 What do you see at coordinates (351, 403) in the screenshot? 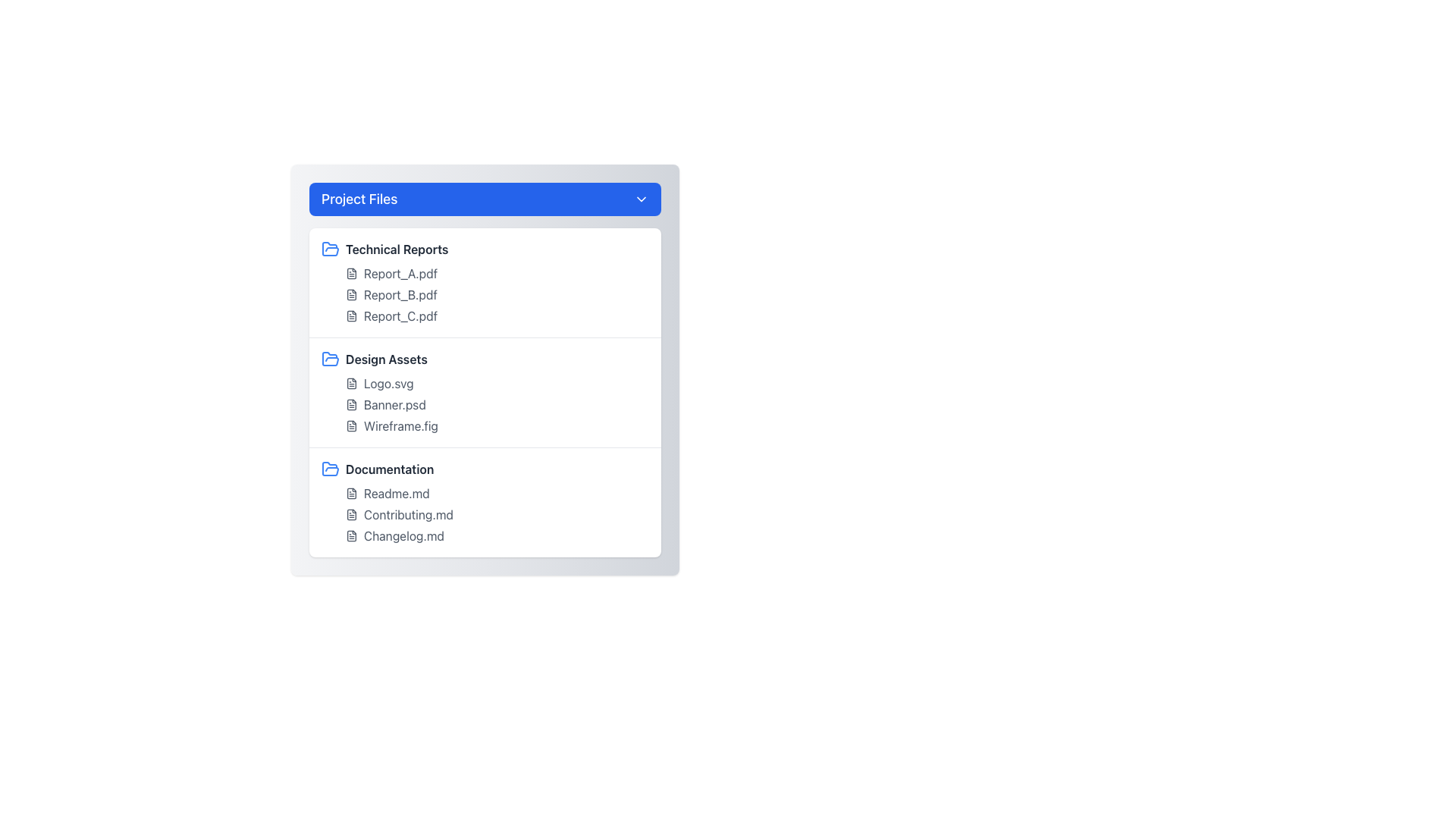
I see `the dark gray SVG icon resembling a document with lines, located to the left of the text 'Banner.psd'` at bounding box center [351, 403].